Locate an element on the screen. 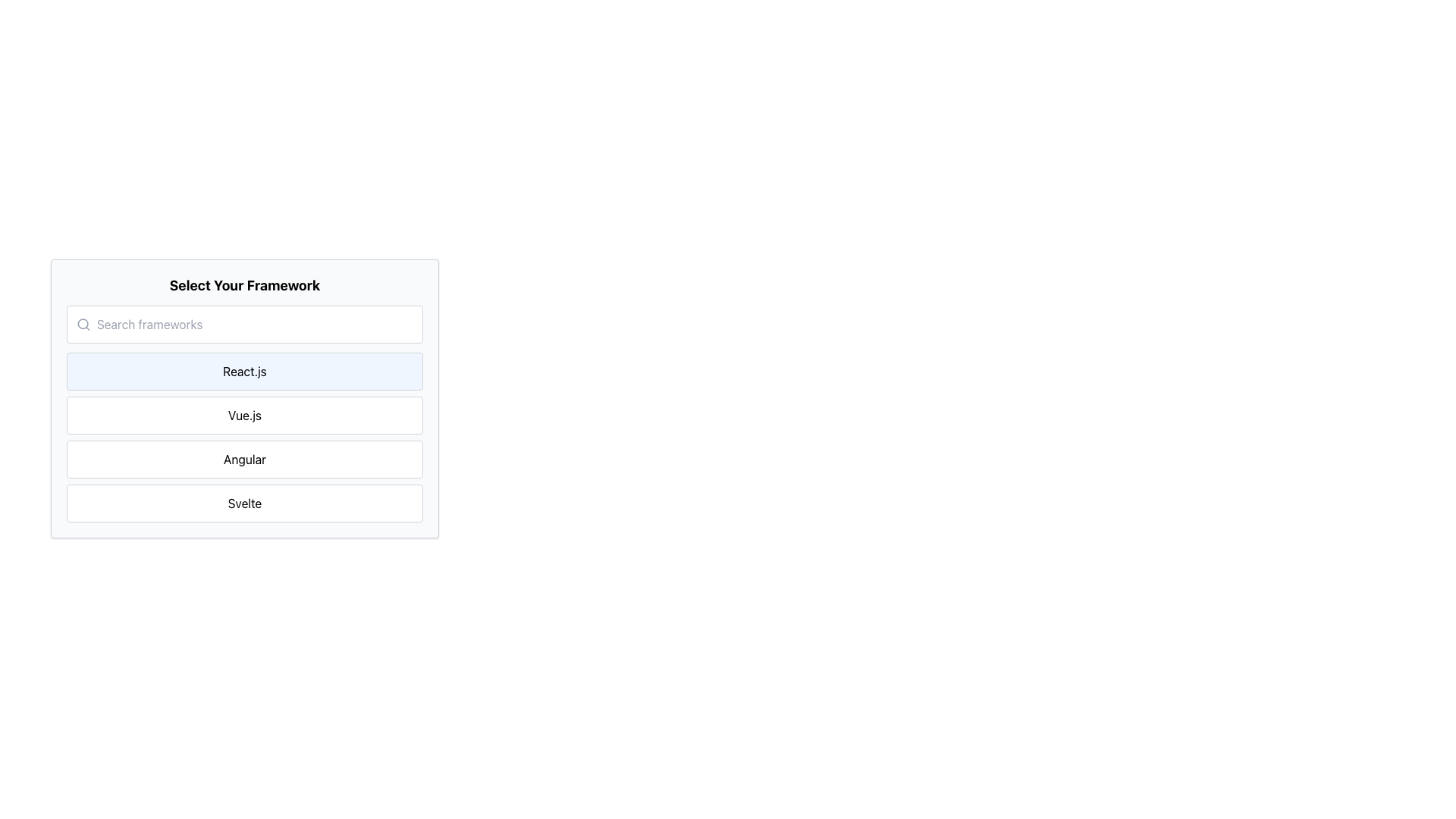 The image size is (1456, 819). the 'Angular' button located in the centered box labeled 'Select Your Framework', which is the third item in the list of selectable framework options is located at coordinates (244, 458).